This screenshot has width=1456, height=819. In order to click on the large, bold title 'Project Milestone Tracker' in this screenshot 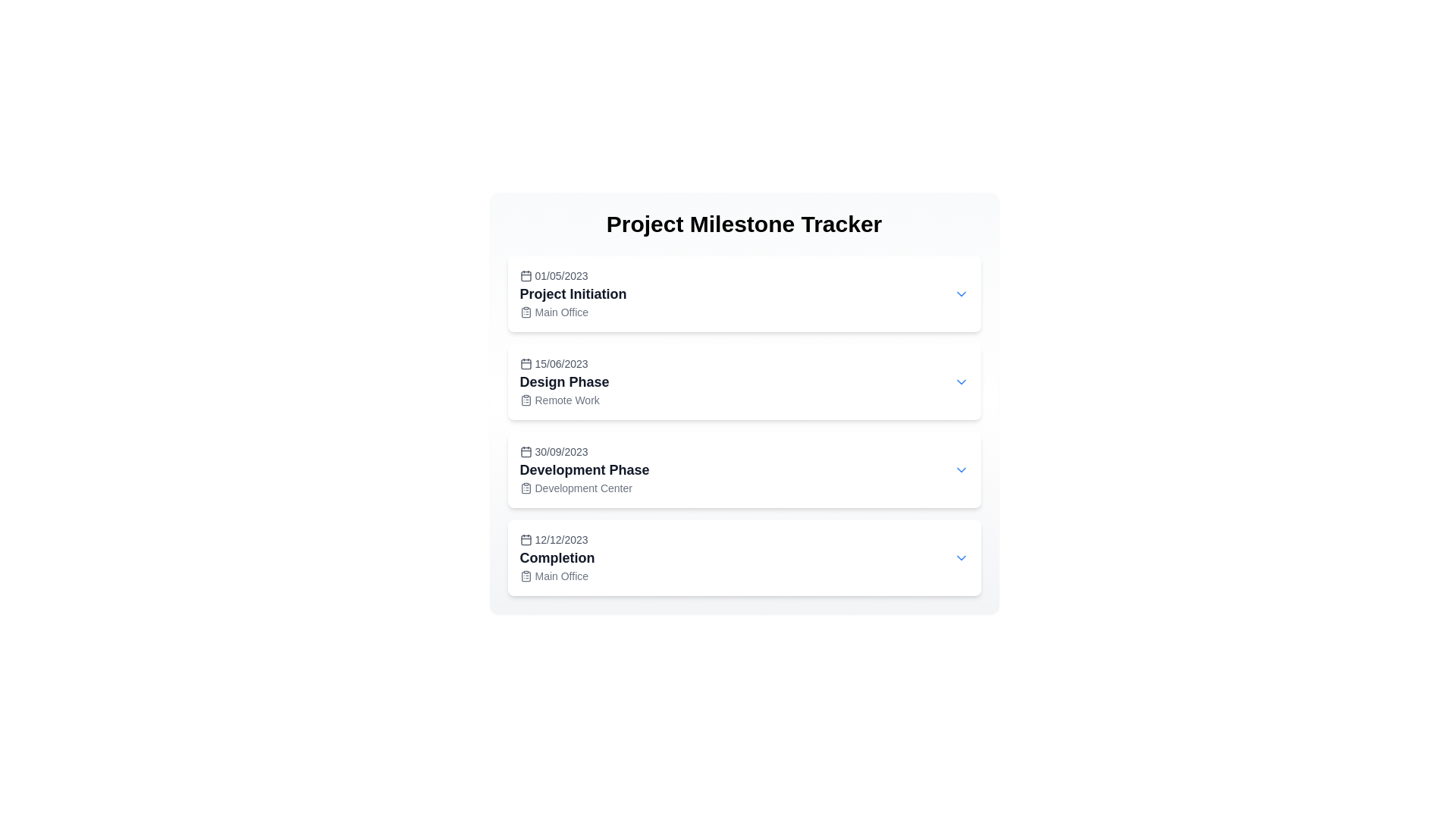, I will do `click(744, 224)`.